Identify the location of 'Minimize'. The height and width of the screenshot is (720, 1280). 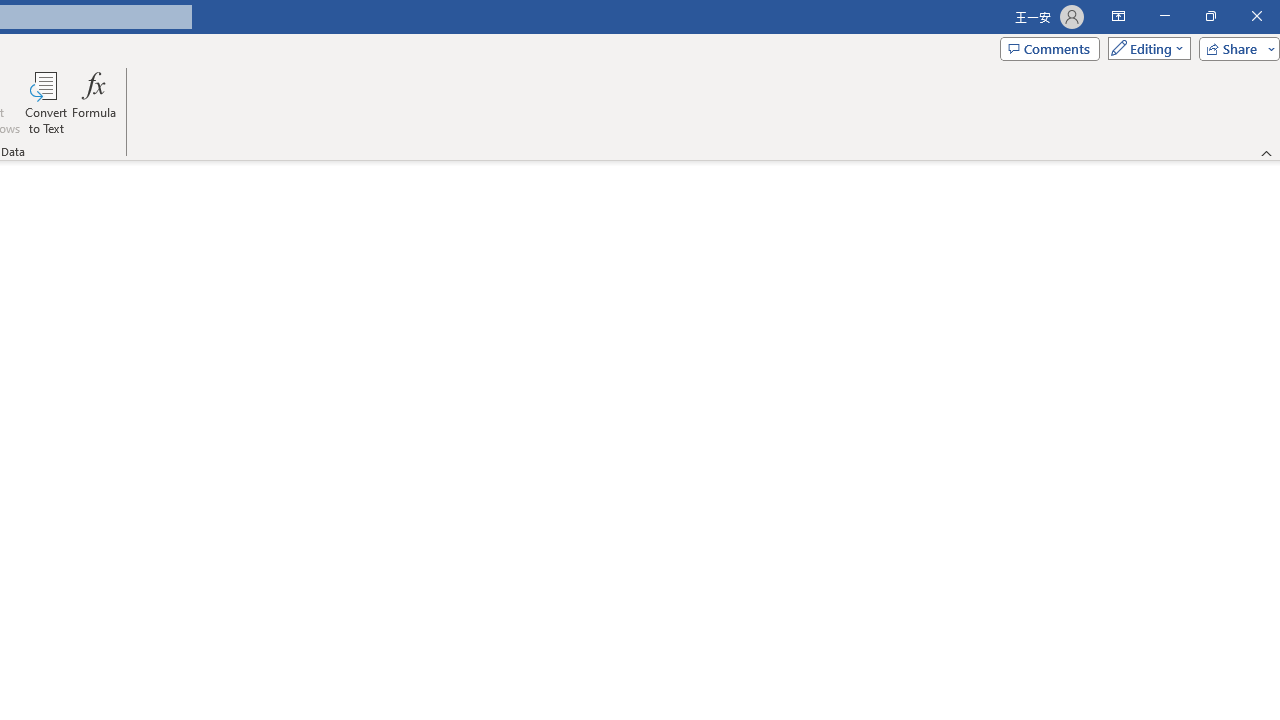
(1164, 16).